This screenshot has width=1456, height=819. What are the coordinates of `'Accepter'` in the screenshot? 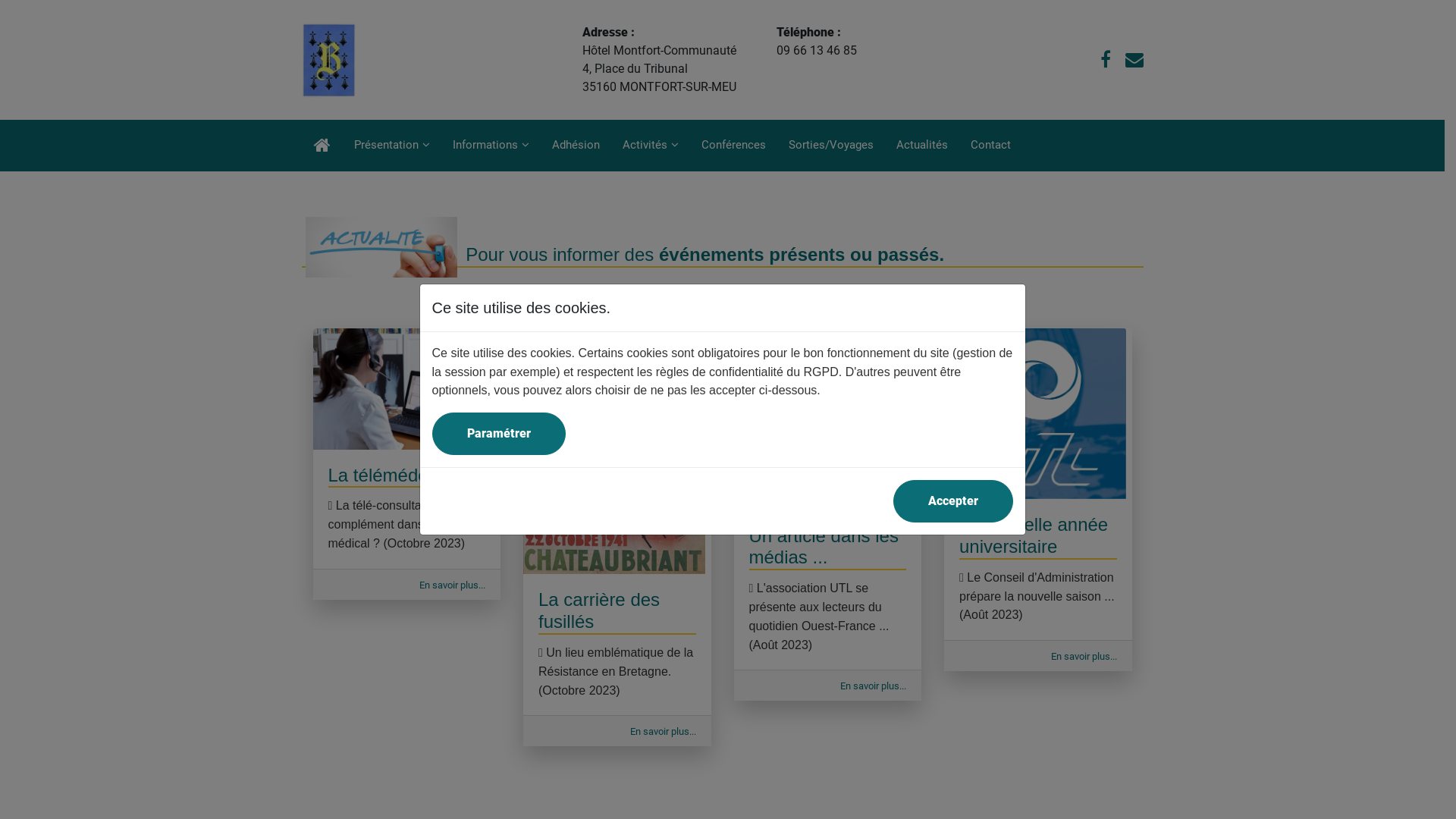 It's located at (952, 500).